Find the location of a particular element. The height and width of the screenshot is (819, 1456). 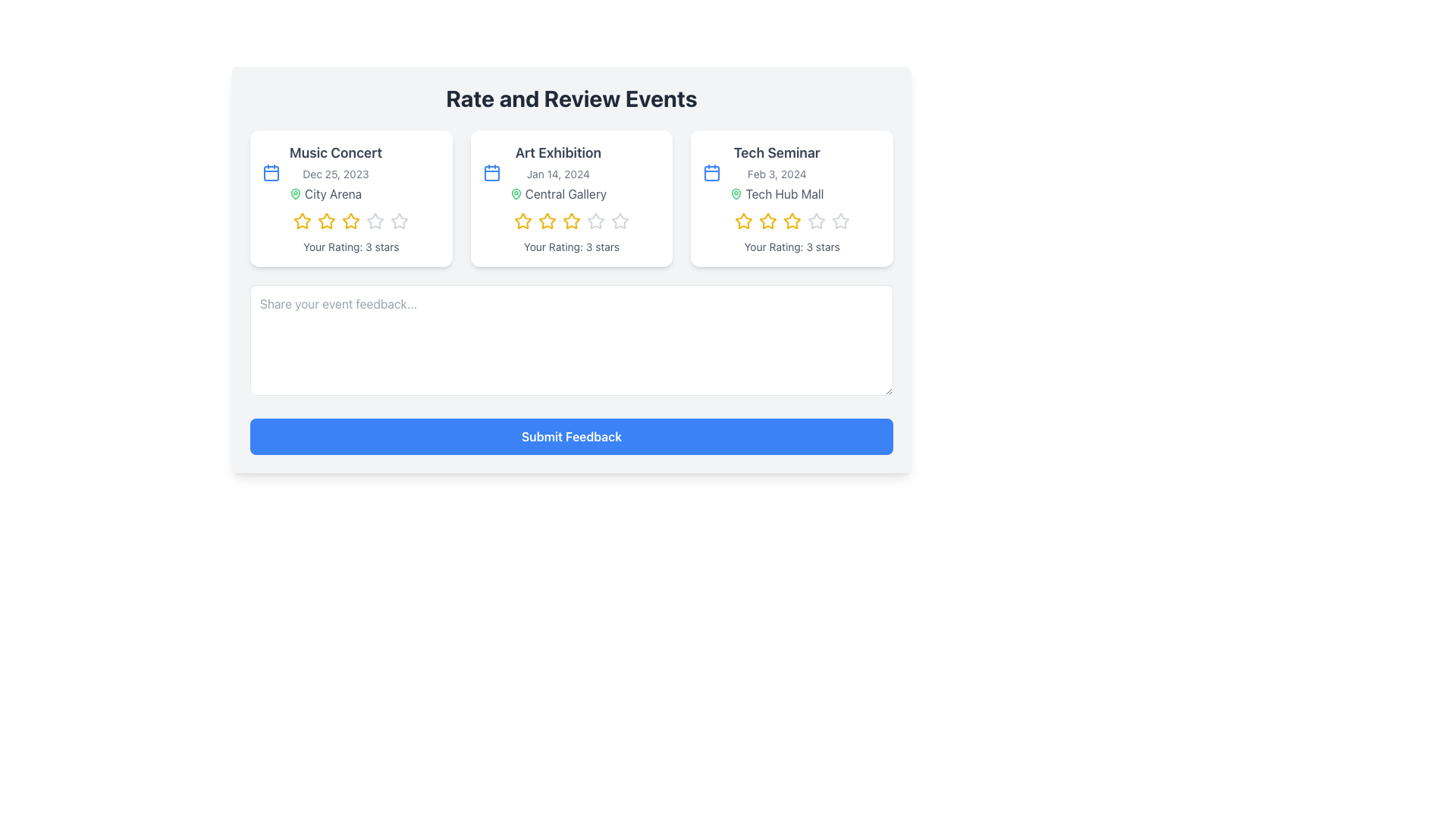

the rectangular icon component within the calendar icon located in the top-left corner of the 'Tech Seminar' event card is located at coordinates (711, 172).